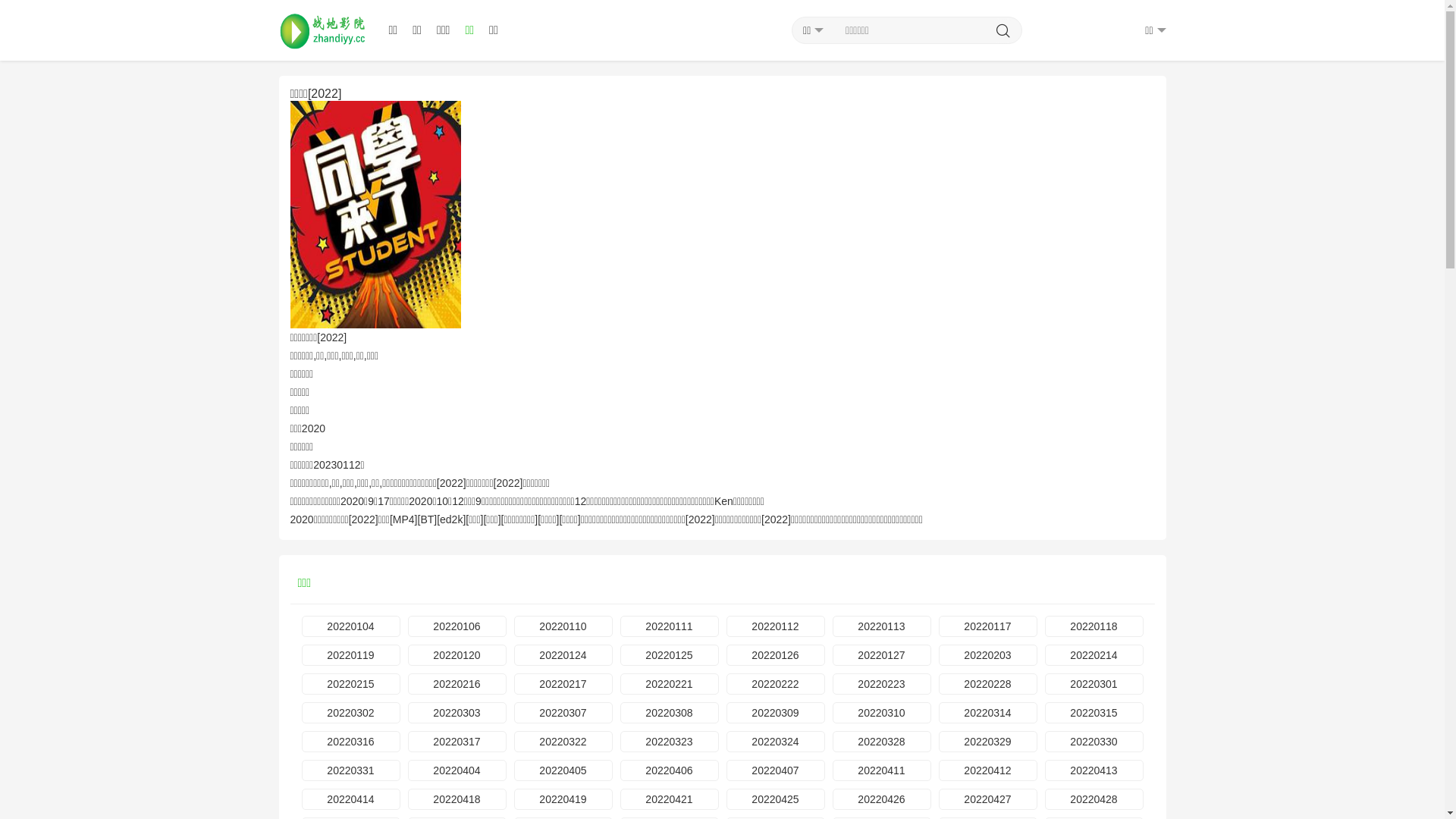  What do you see at coordinates (457, 713) in the screenshot?
I see `'20220303'` at bounding box center [457, 713].